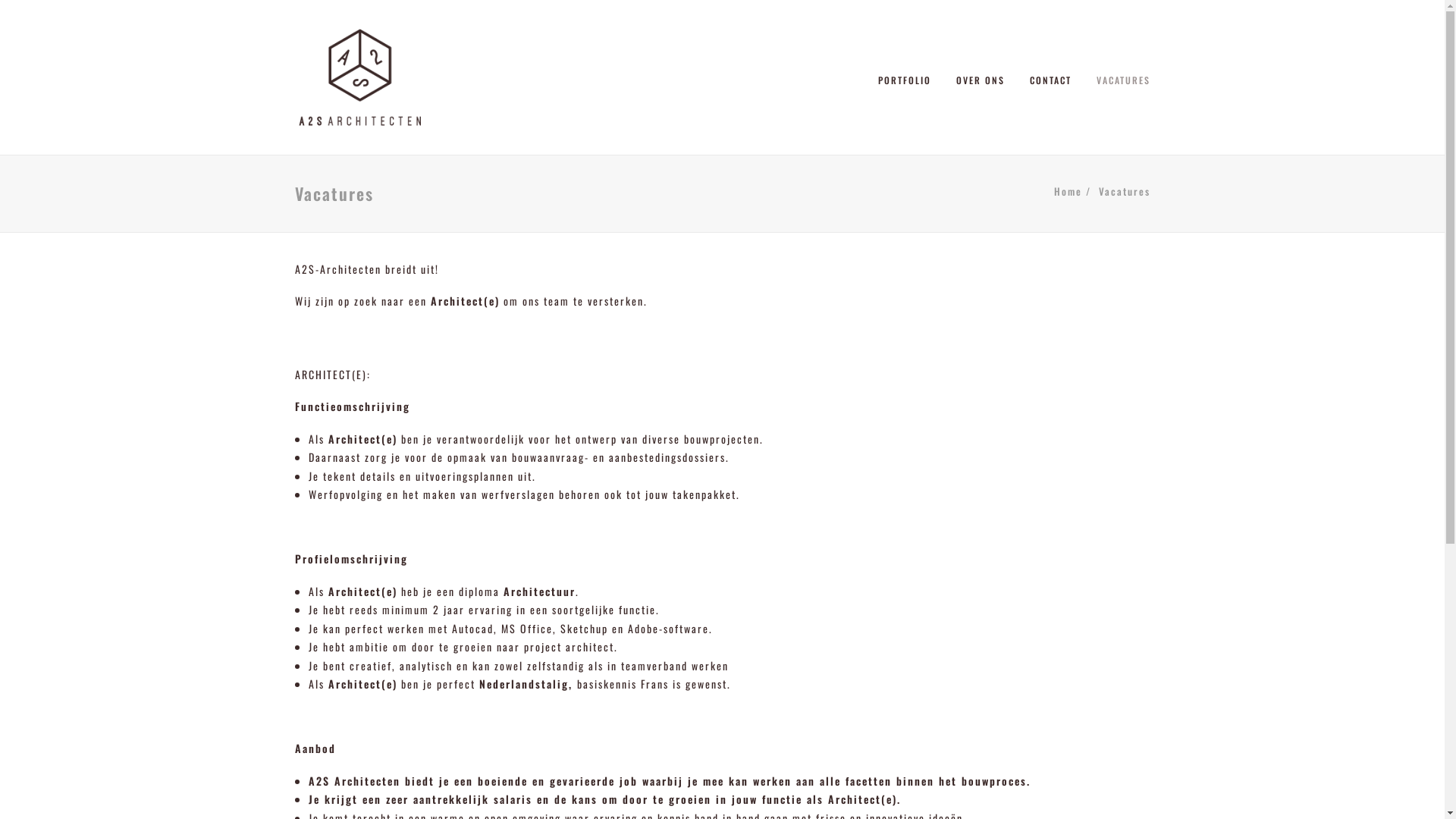 The height and width of the screenshot is (819, 1456). Describe the element at coordinates (979, 77) in the screenshot. I see `'OVER ONS'` at that location.